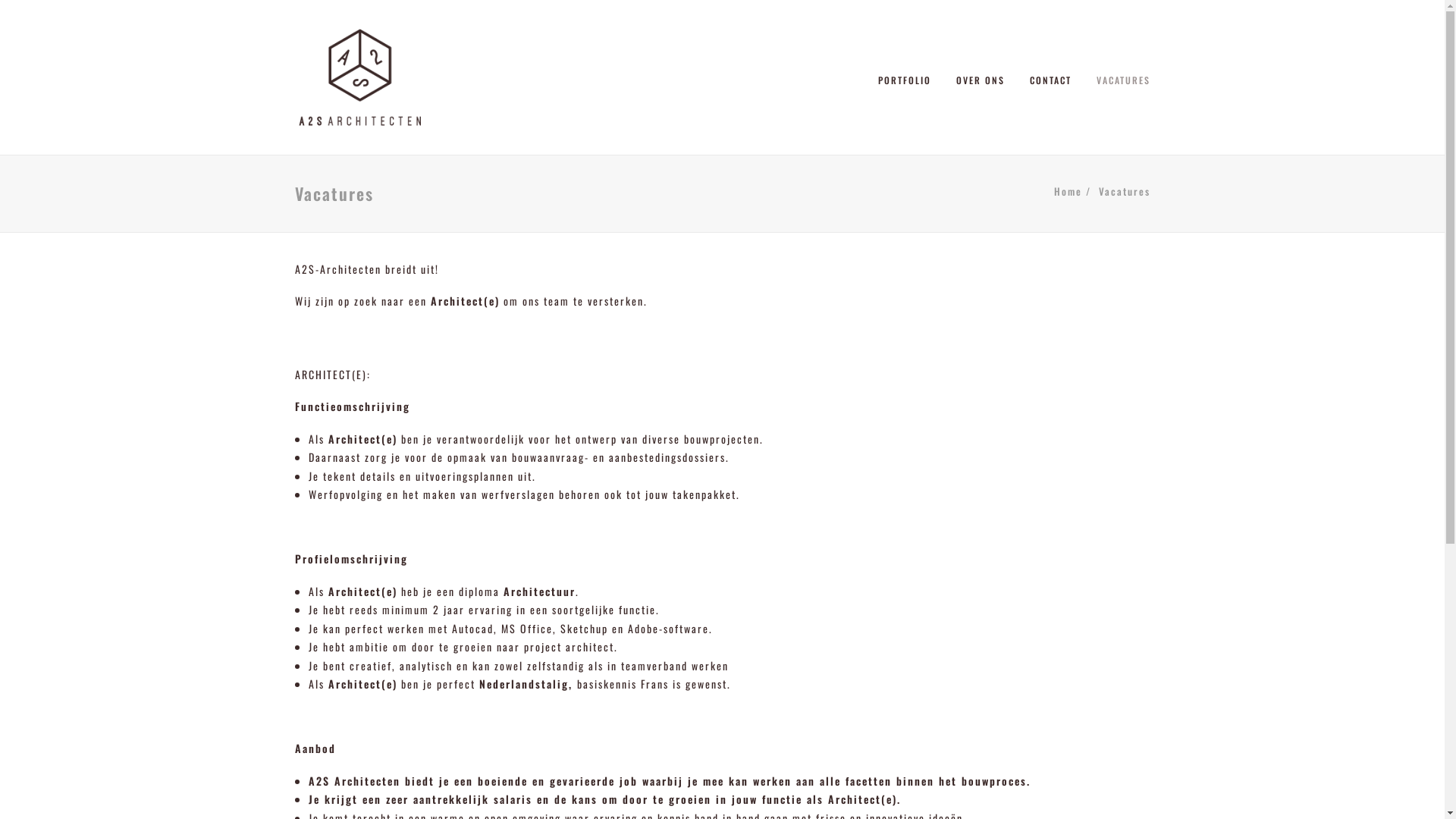 The height and width of the screenshot is (819, 1456). Describe the element at coordinates (979, 77) in the screenshot. I see `'OVER ONS'` at that location.